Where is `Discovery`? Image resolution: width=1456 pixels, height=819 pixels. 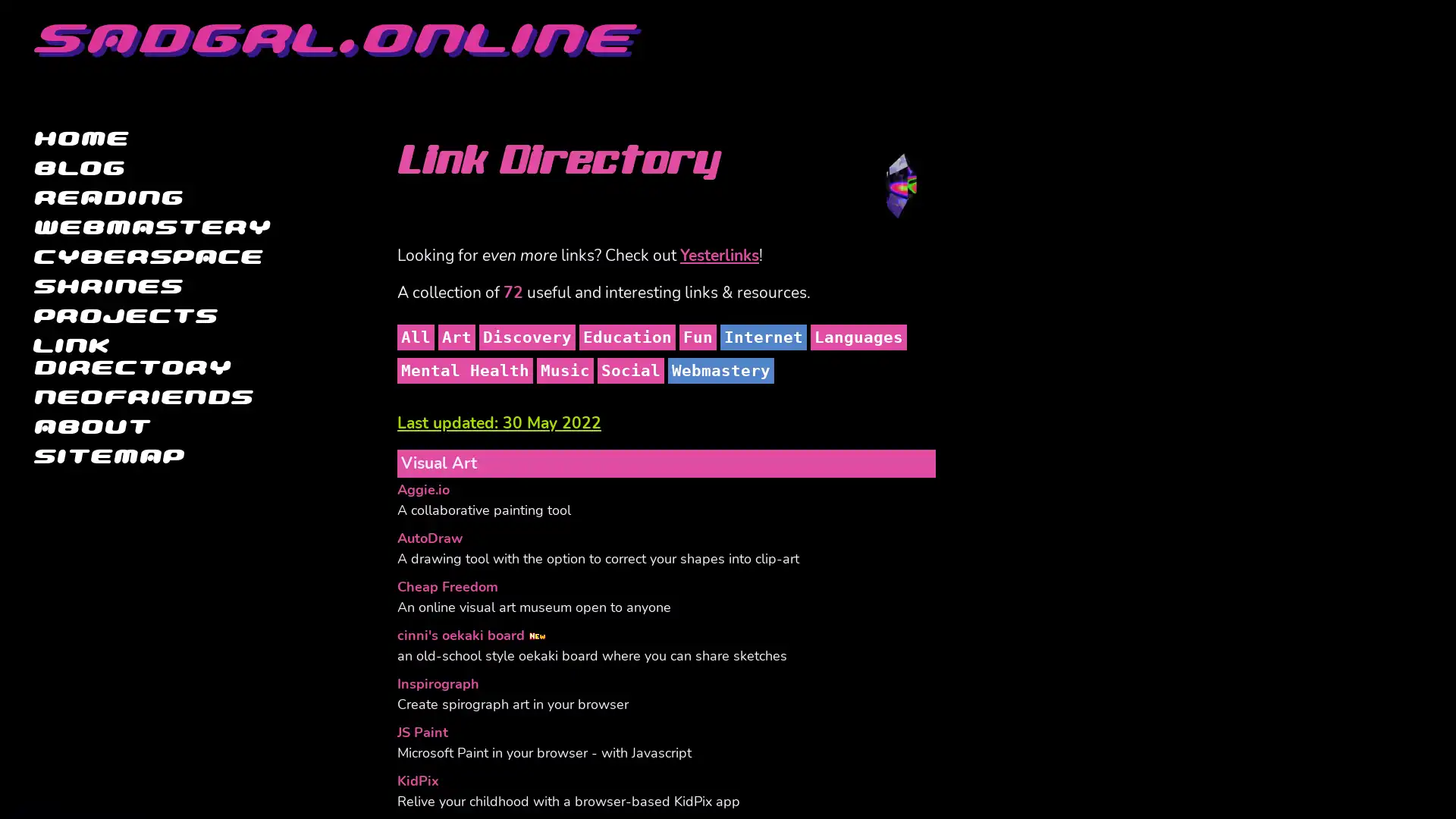
Discovery is located at coordinates (527, 335).